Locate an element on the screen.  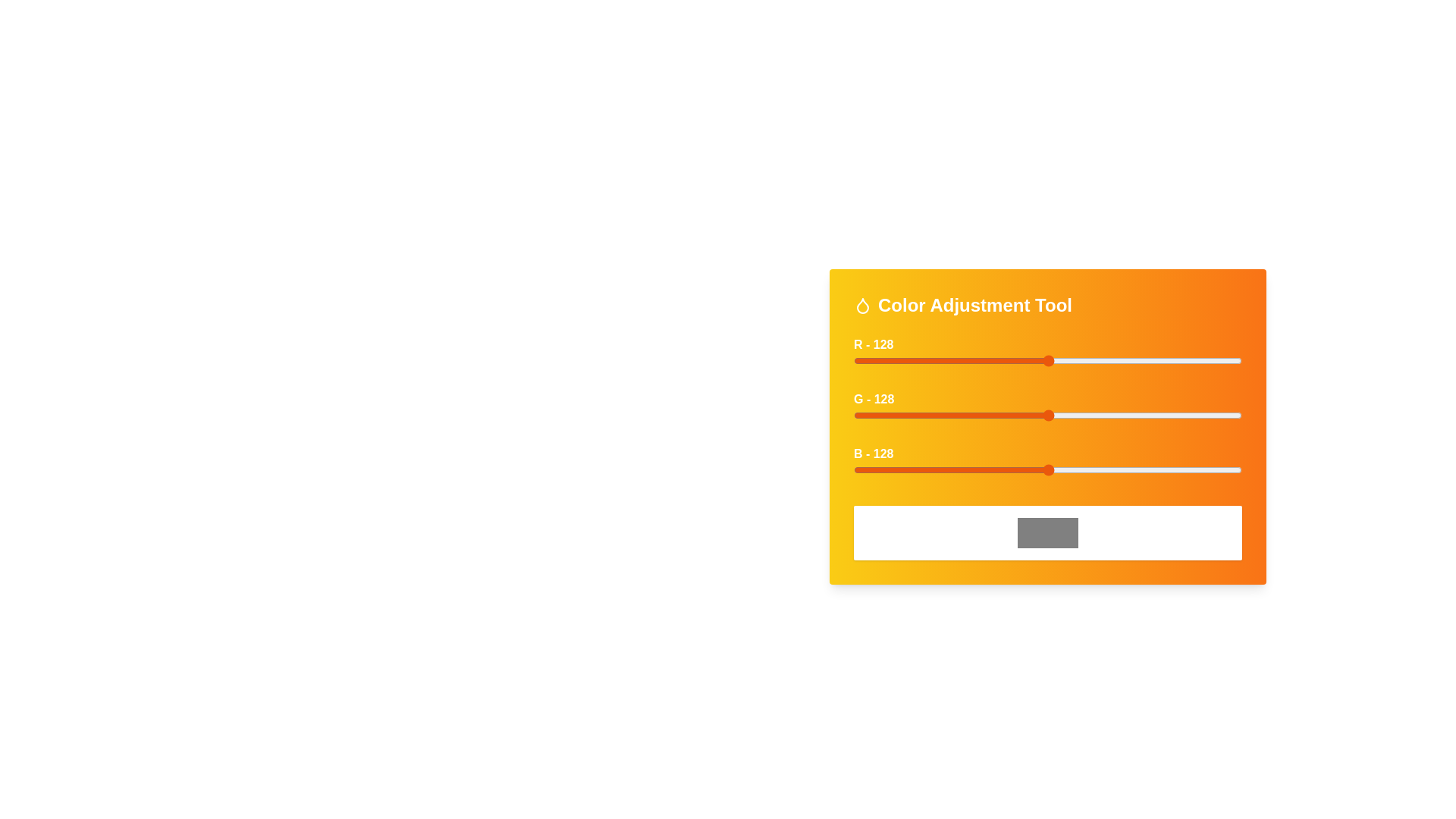
the red slider to 166 is located at coordinates (1106, 360).